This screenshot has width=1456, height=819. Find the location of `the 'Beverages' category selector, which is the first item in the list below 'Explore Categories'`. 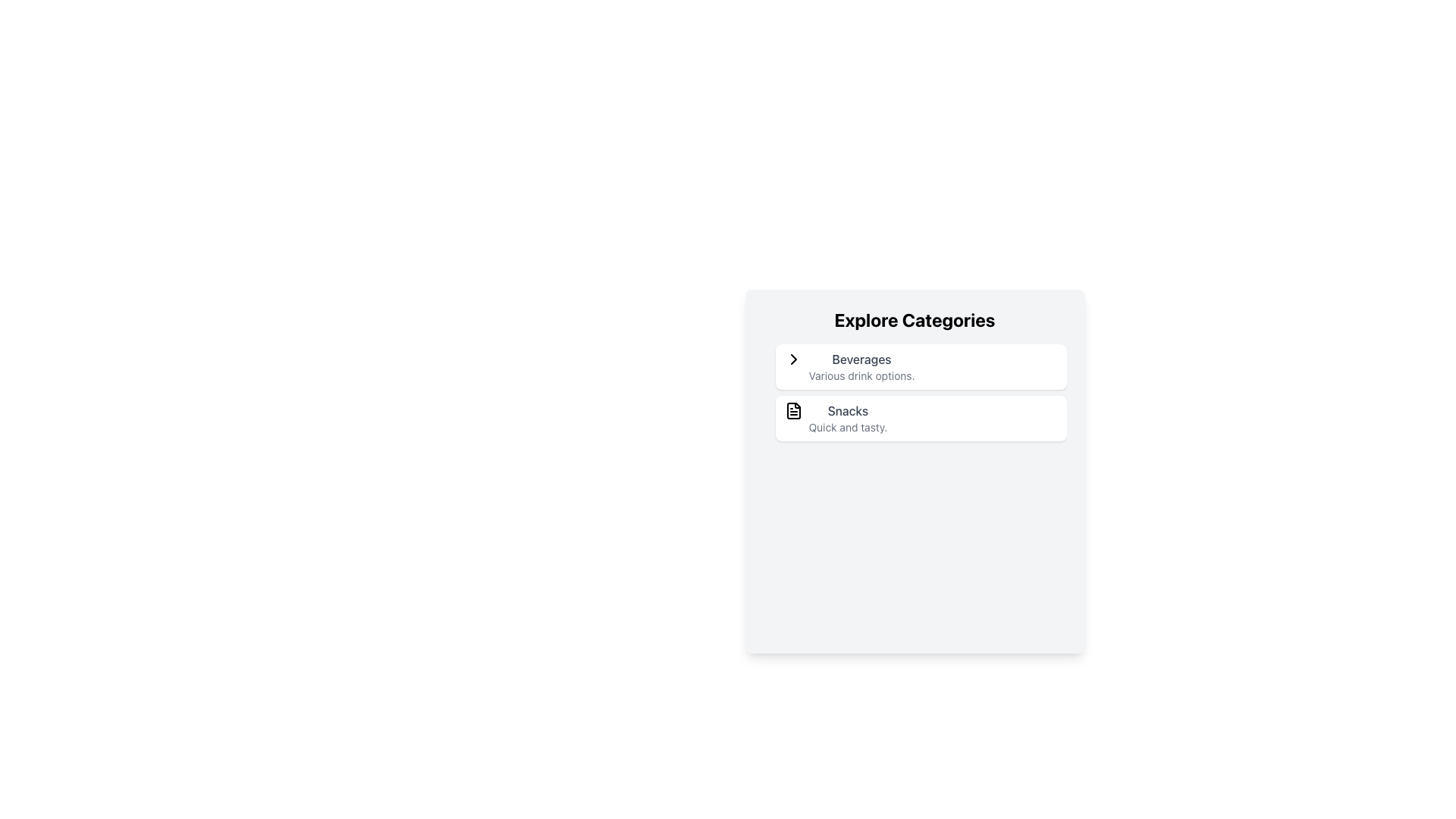

the 'Beverages' category selector, which is the first item in the list below 'Explore Categories' is located at coordinates (861, 366).